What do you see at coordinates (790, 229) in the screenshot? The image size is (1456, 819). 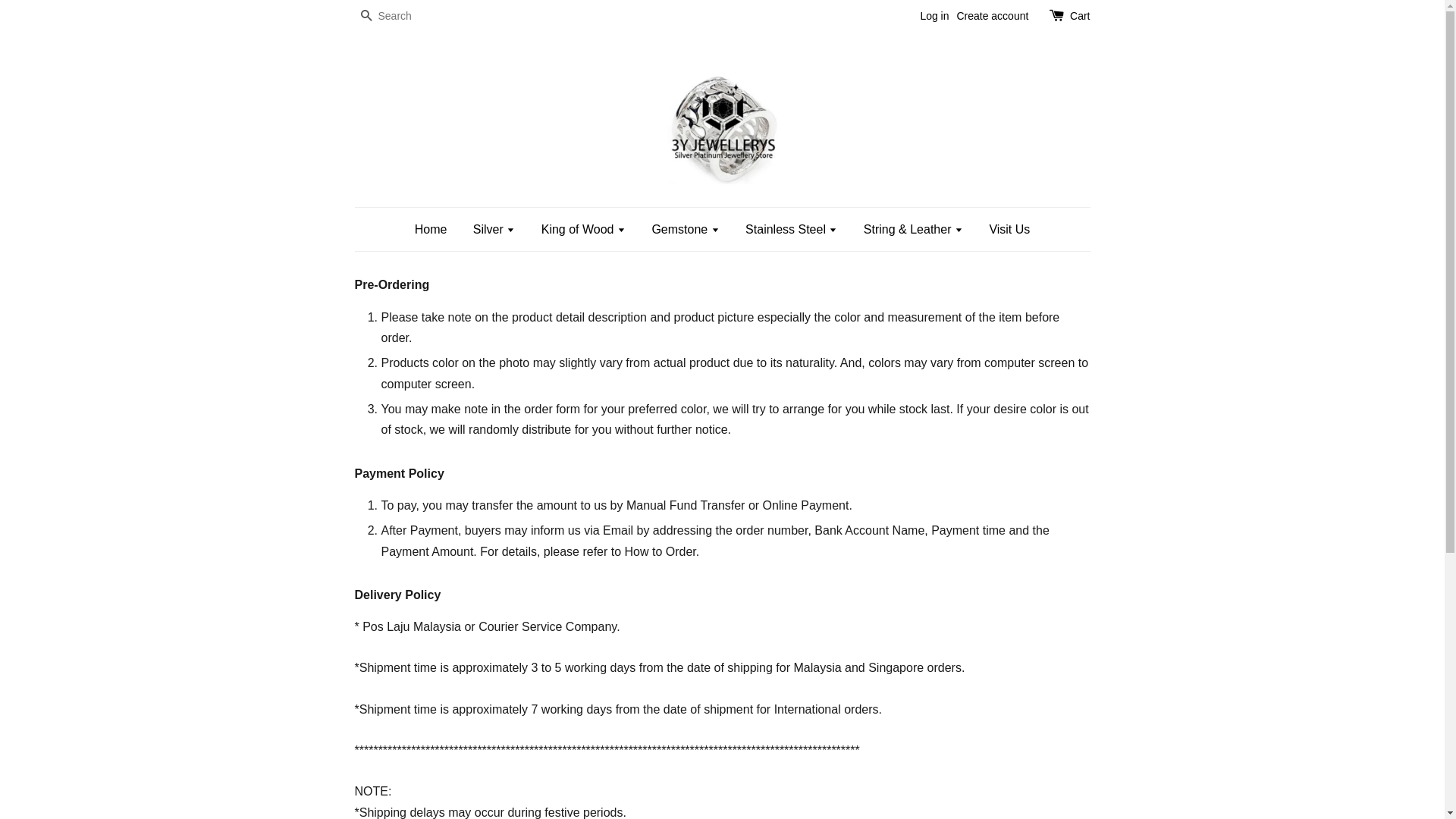 I see `'Stainless Steel'` at bounding box center [790, 229].